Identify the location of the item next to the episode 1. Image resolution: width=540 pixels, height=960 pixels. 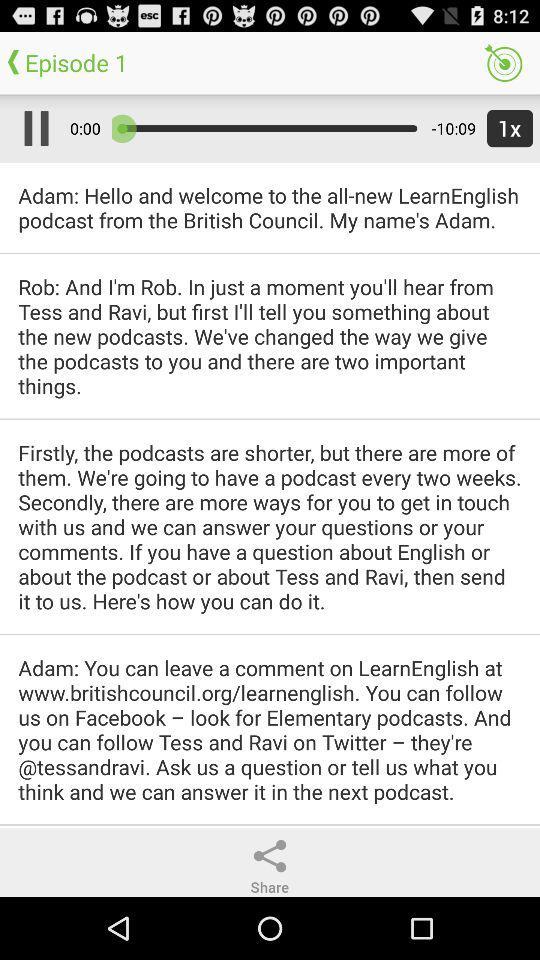
(502, 62).